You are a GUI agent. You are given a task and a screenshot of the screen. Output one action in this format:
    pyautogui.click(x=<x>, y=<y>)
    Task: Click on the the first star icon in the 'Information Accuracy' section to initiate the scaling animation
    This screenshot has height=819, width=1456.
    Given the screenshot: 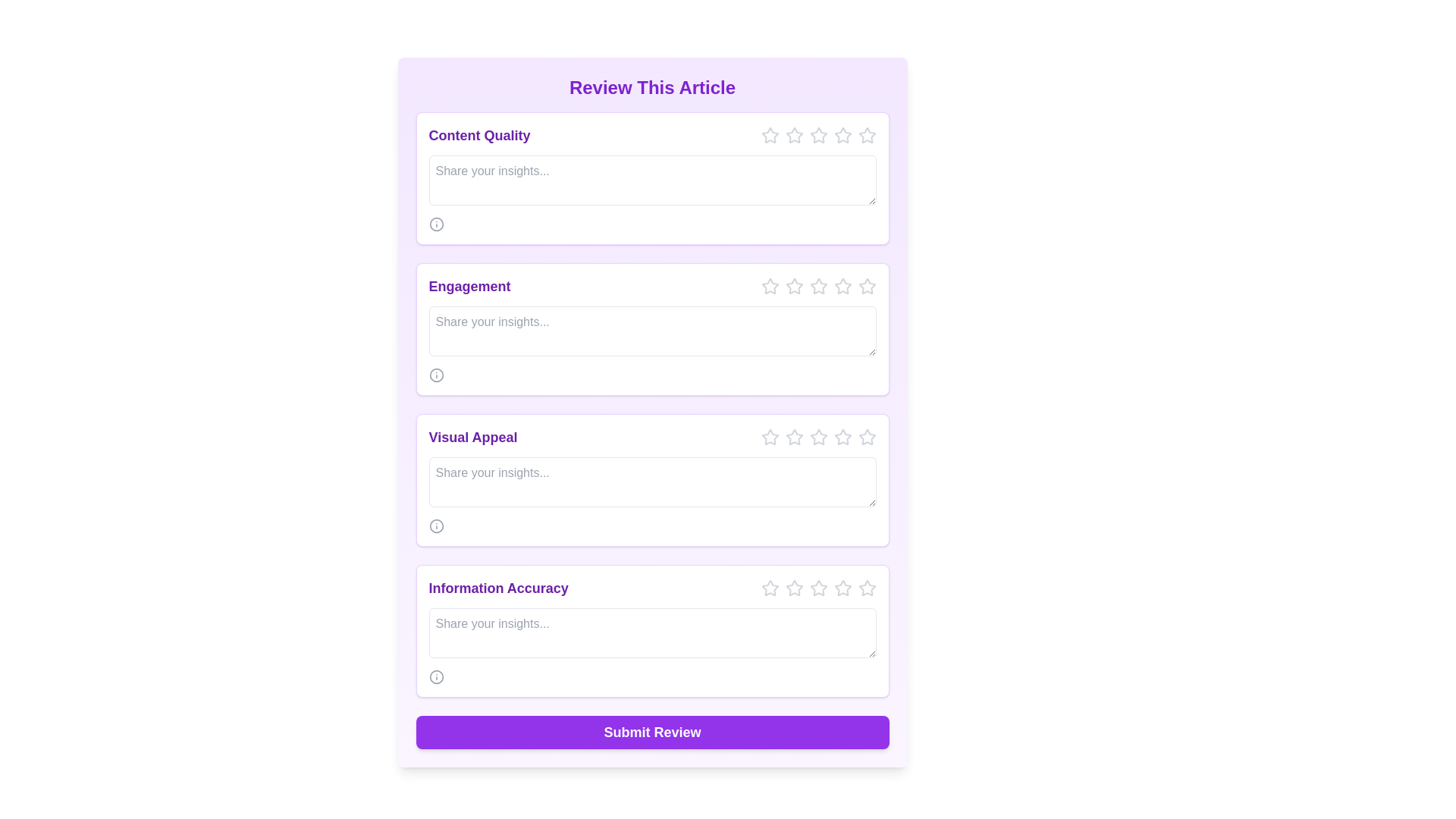 What is the action you would take?
    pyautogui.click(x=770, y=587)
    